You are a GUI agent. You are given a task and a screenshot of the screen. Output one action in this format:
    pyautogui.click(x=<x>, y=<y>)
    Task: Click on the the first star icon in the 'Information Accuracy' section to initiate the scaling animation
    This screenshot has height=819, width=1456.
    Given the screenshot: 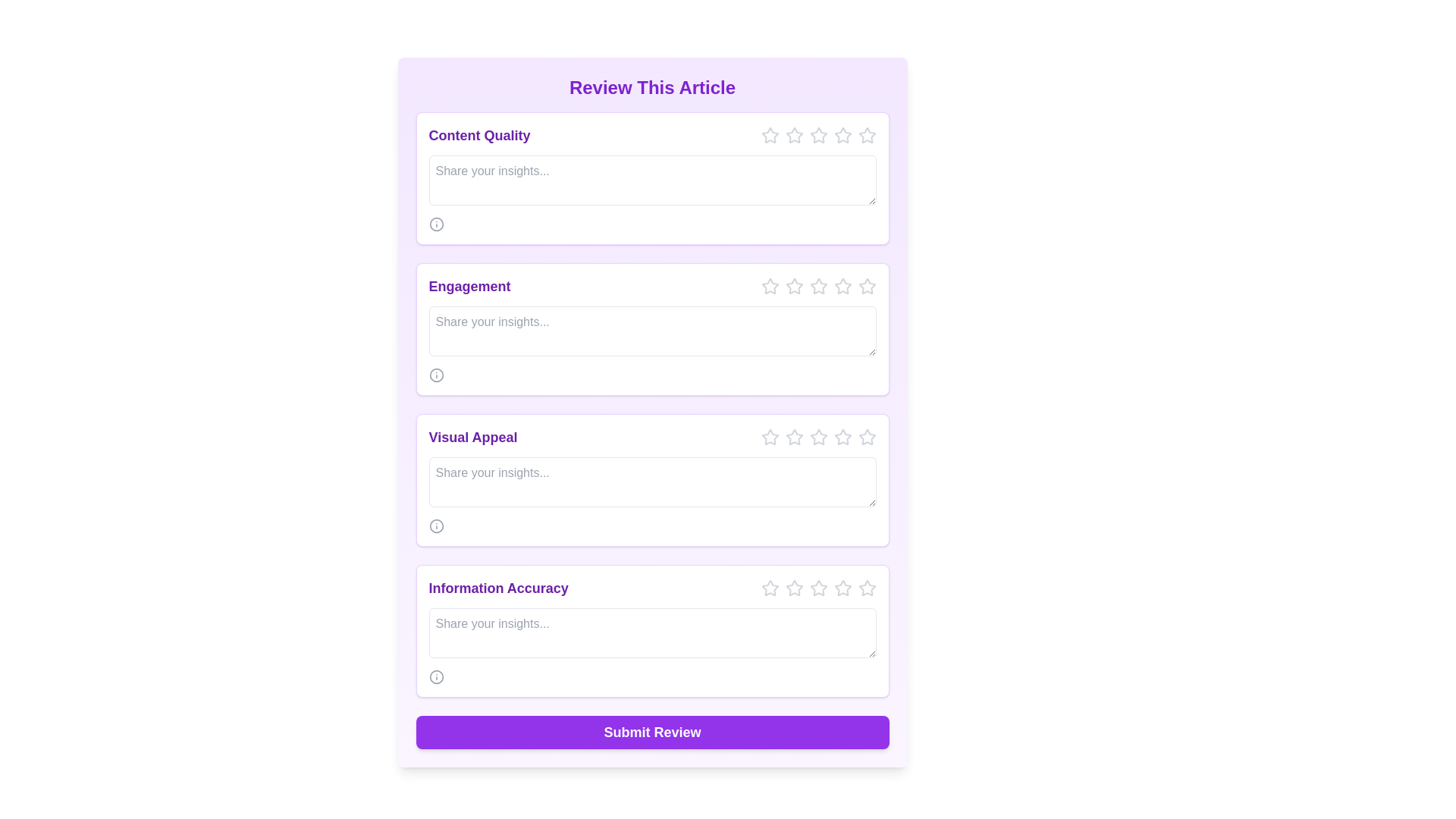 What is the action you would take?
    pyautogui.click(x=770, y=587)
    